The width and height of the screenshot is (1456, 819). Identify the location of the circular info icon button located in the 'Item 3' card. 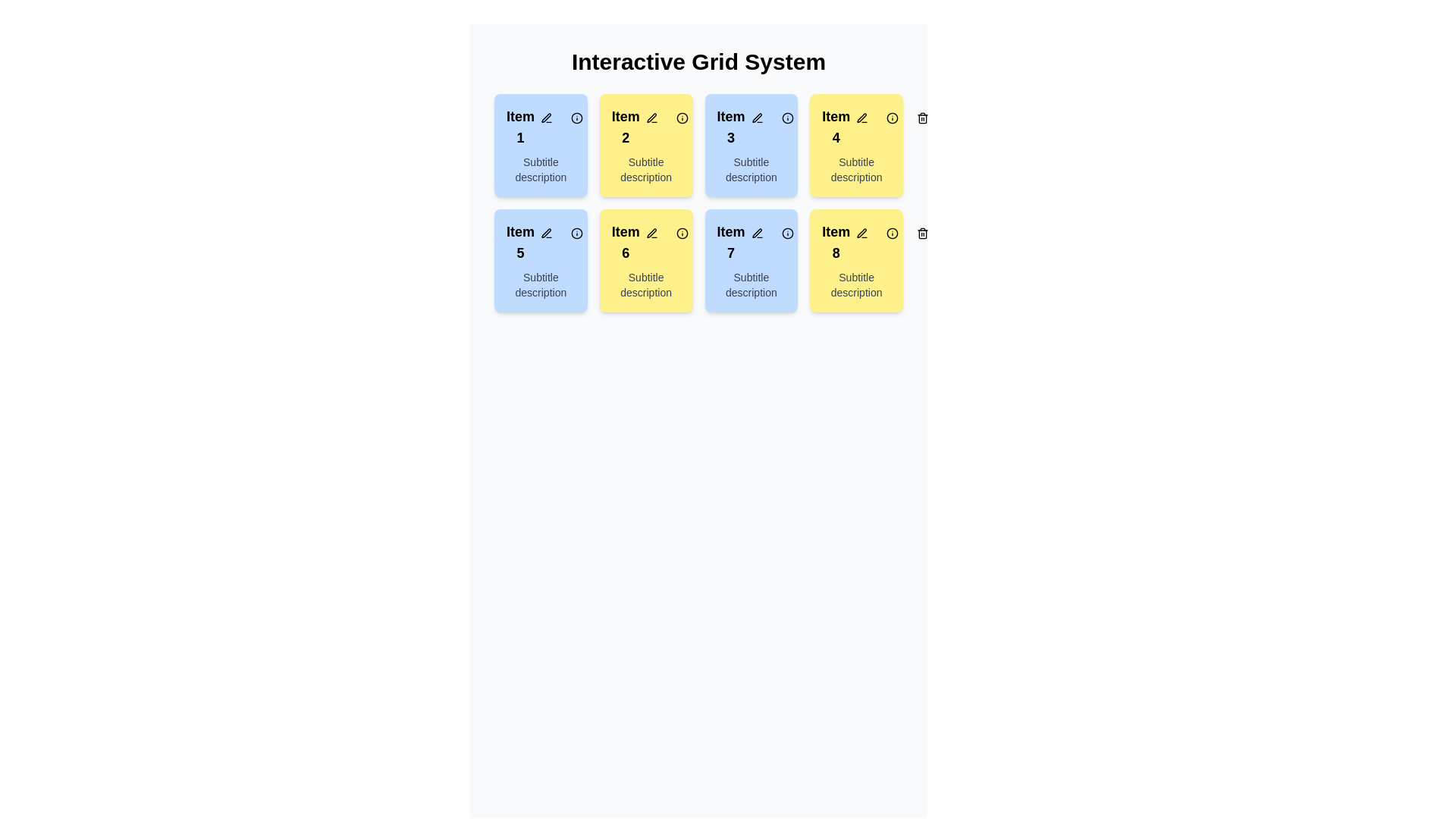
(787, 117).